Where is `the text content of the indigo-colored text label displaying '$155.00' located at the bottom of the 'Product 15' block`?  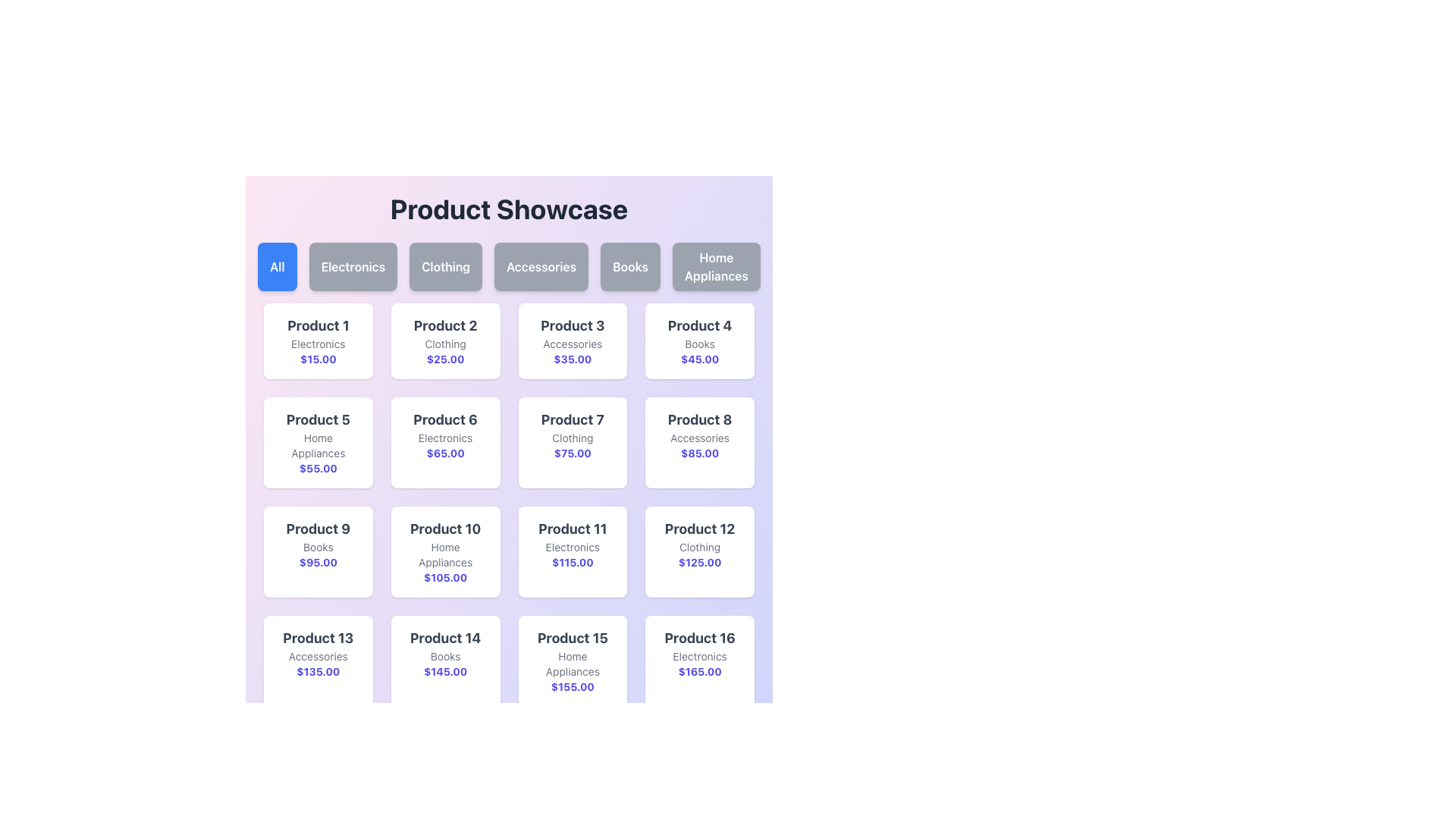 the text content of the indigo-colored text label displaying '$155.00' located at the bottom of the 'Product 15' block is located at coordinates (572, 687).